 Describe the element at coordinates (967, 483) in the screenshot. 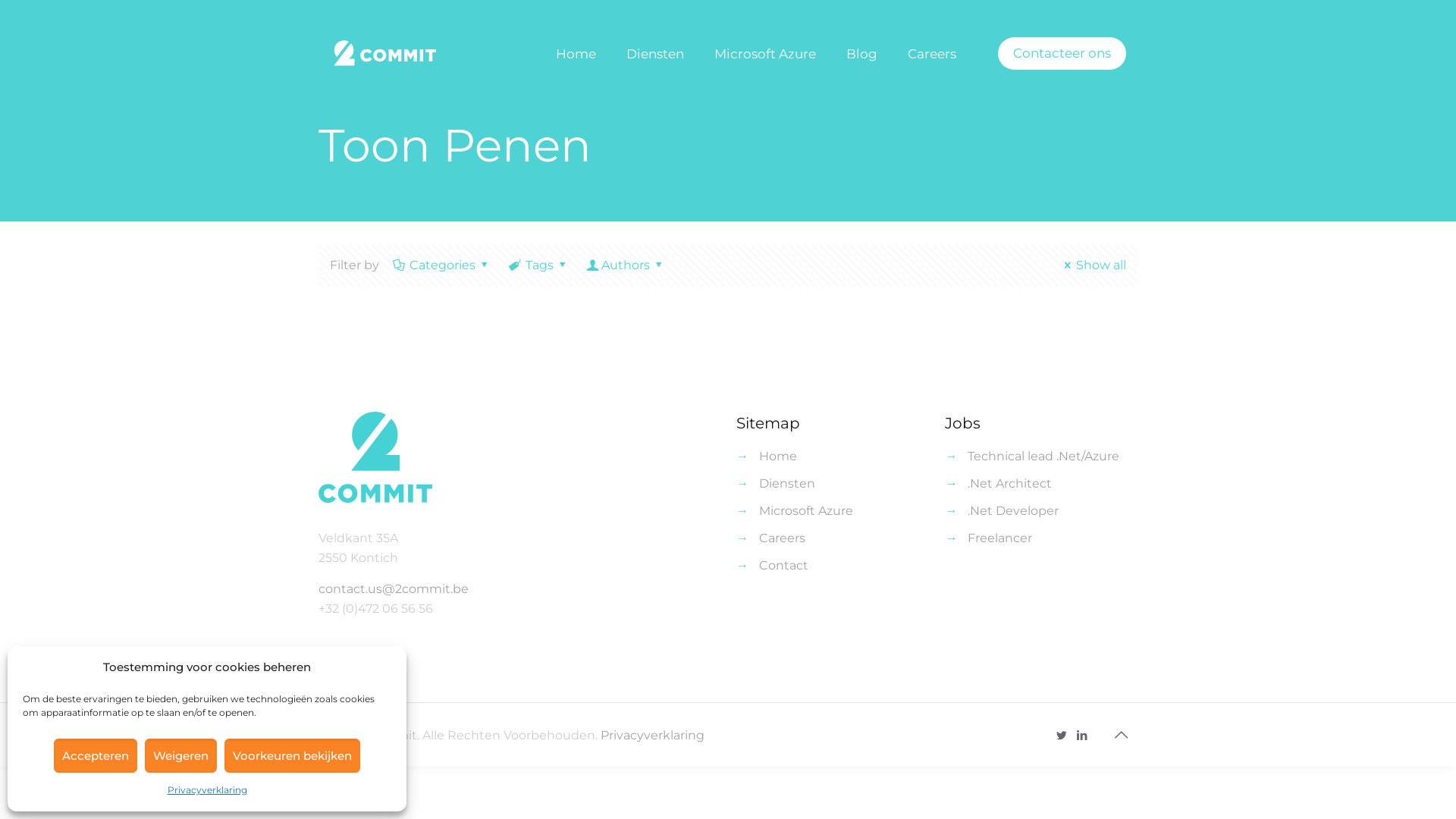

I see `'.Net Architect'` at that location.